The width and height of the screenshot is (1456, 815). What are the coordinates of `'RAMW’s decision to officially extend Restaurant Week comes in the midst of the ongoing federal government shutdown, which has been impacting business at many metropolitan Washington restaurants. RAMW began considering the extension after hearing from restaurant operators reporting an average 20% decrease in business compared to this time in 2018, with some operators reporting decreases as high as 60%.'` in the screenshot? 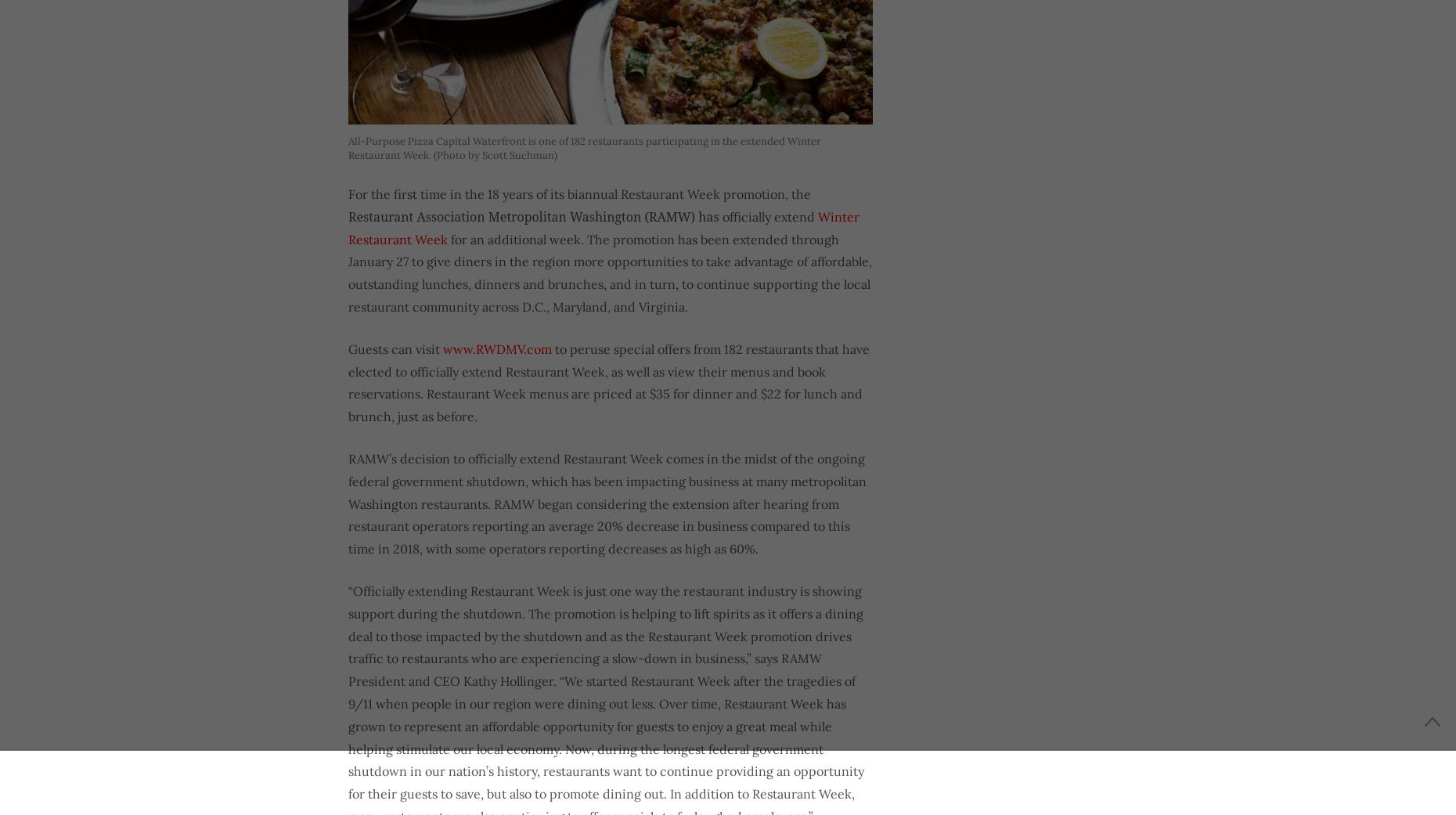 It's located at (607, 503).